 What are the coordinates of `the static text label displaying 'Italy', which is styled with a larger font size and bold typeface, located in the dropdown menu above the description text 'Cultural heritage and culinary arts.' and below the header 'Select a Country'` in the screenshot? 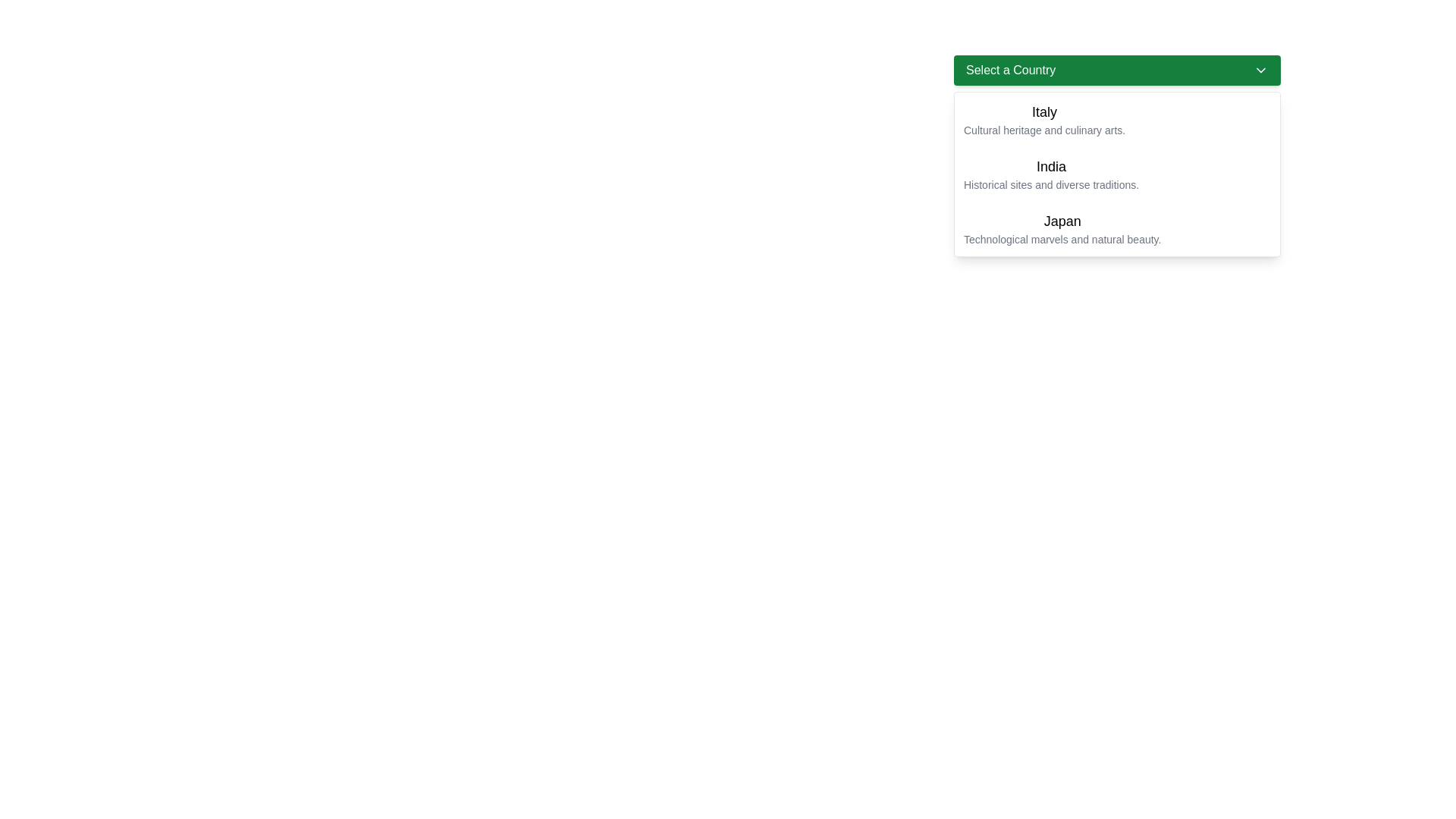 It's located at (1043, 111).